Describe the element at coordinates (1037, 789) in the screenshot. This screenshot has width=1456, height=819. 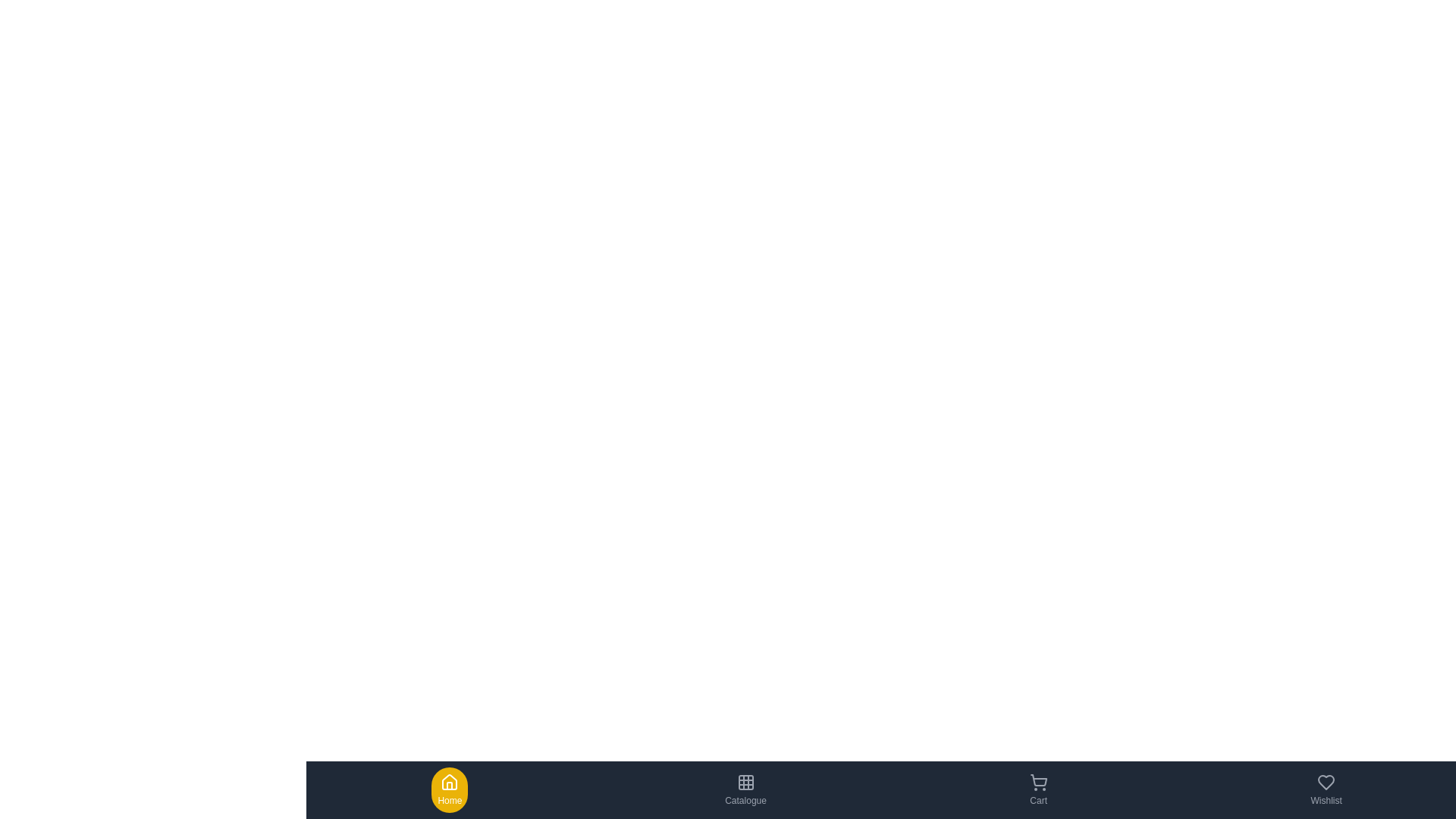
I see `the Cart tab to navigate to its section` at that location.